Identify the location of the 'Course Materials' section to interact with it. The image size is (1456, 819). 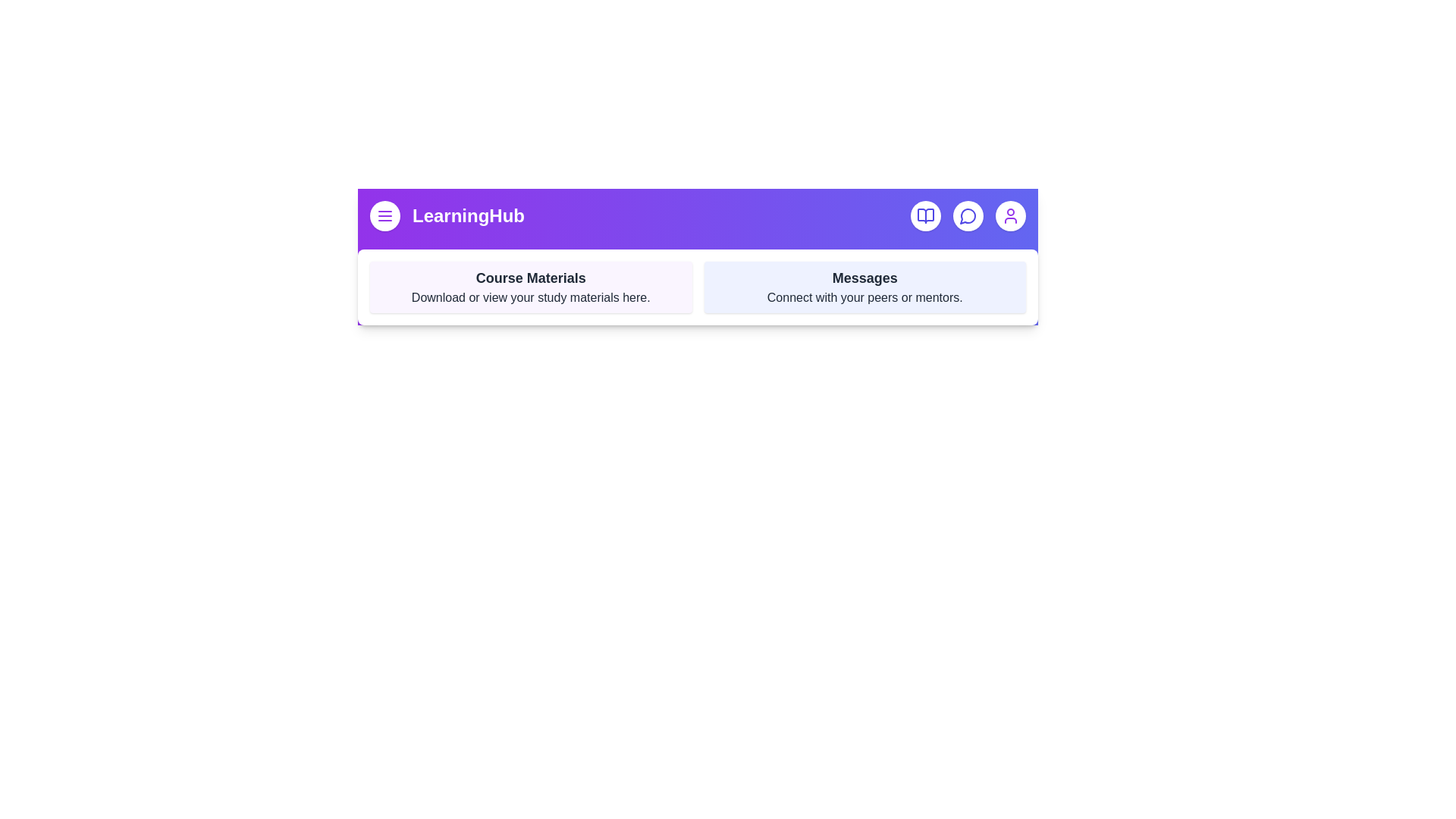
(531, 287).